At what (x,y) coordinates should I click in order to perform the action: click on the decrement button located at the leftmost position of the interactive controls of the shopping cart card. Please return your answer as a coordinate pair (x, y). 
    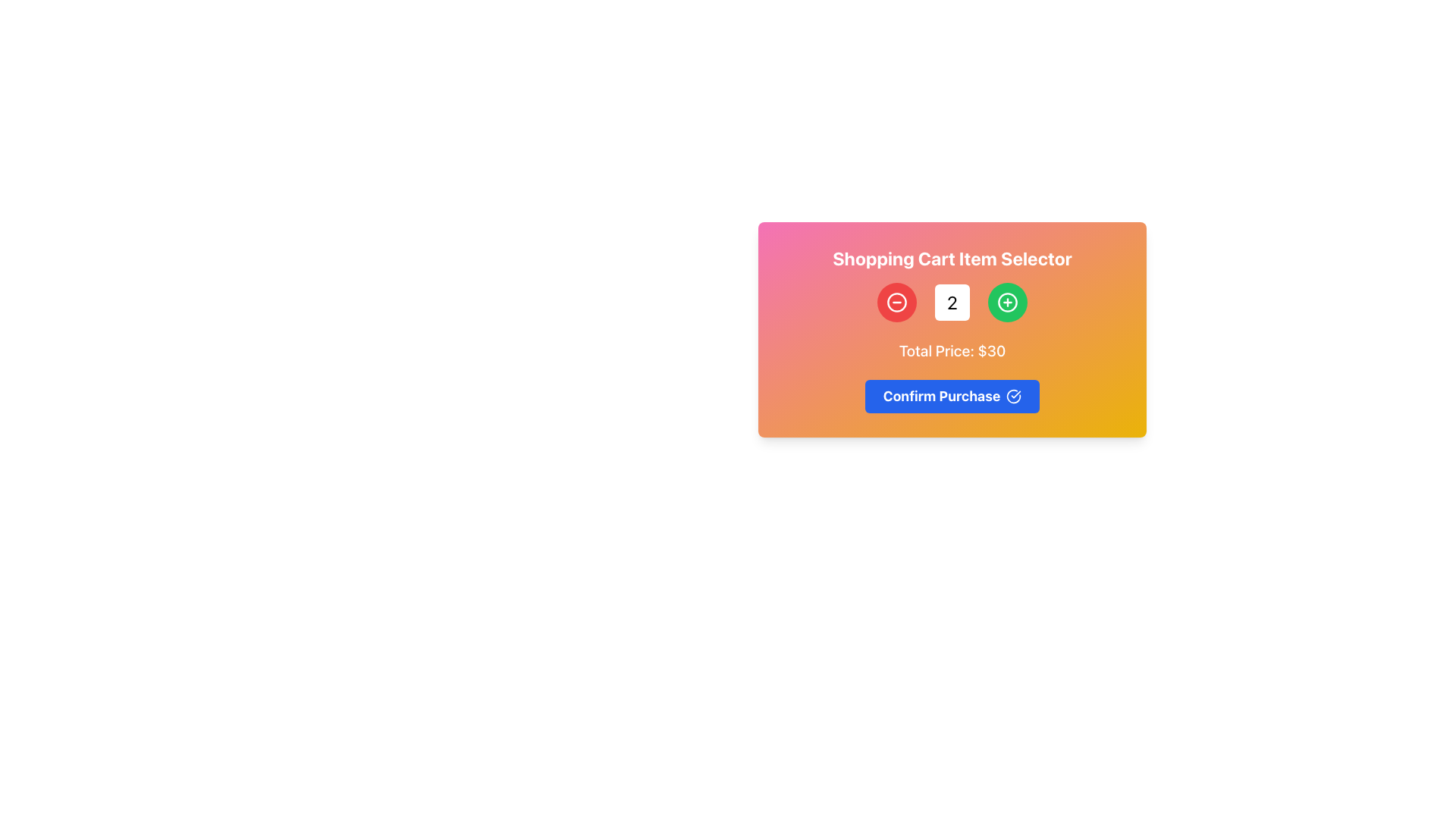
    Looking at the image, I should click on (897, 302).